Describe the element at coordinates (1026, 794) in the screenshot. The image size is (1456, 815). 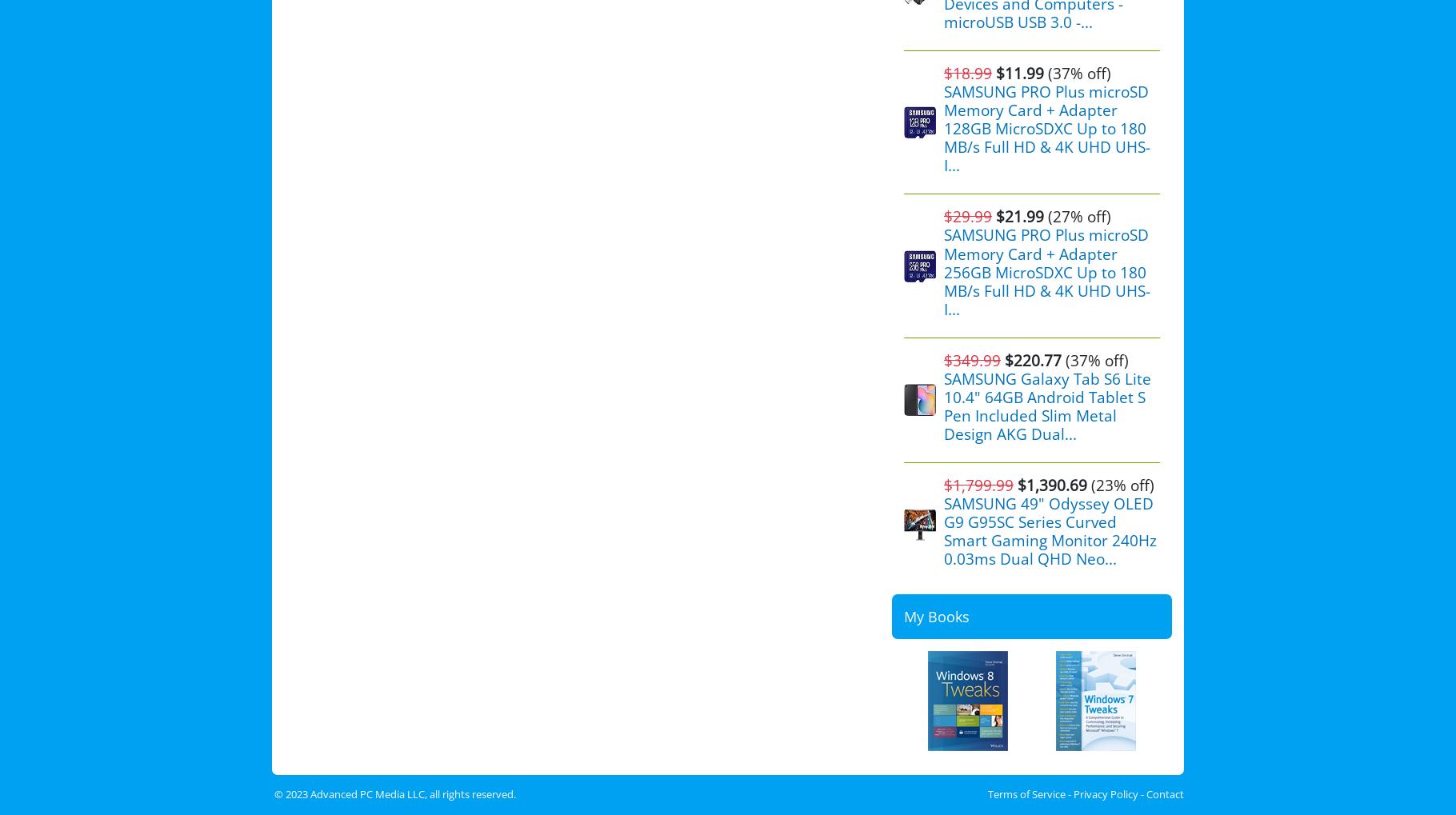
I see `'Terms of Service'` at that location.